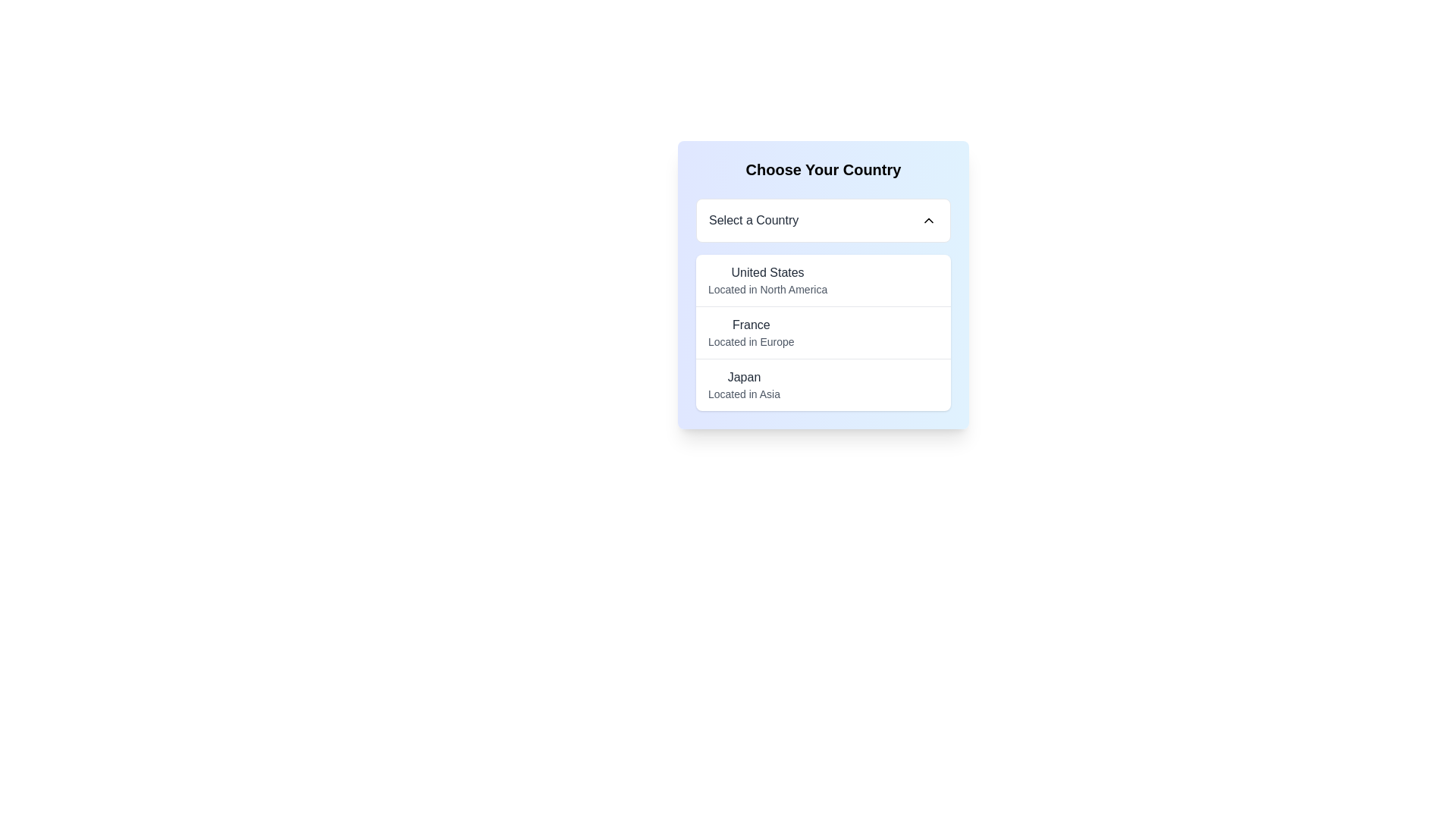 The image size is (1456, 819). What do you see at coordinates (767, 289) in the screenshot?
I see `the text label that reads 'Located in North America', which is positioned directly below 'United States' in the country and region selection section` at bounding box center [767, 289].